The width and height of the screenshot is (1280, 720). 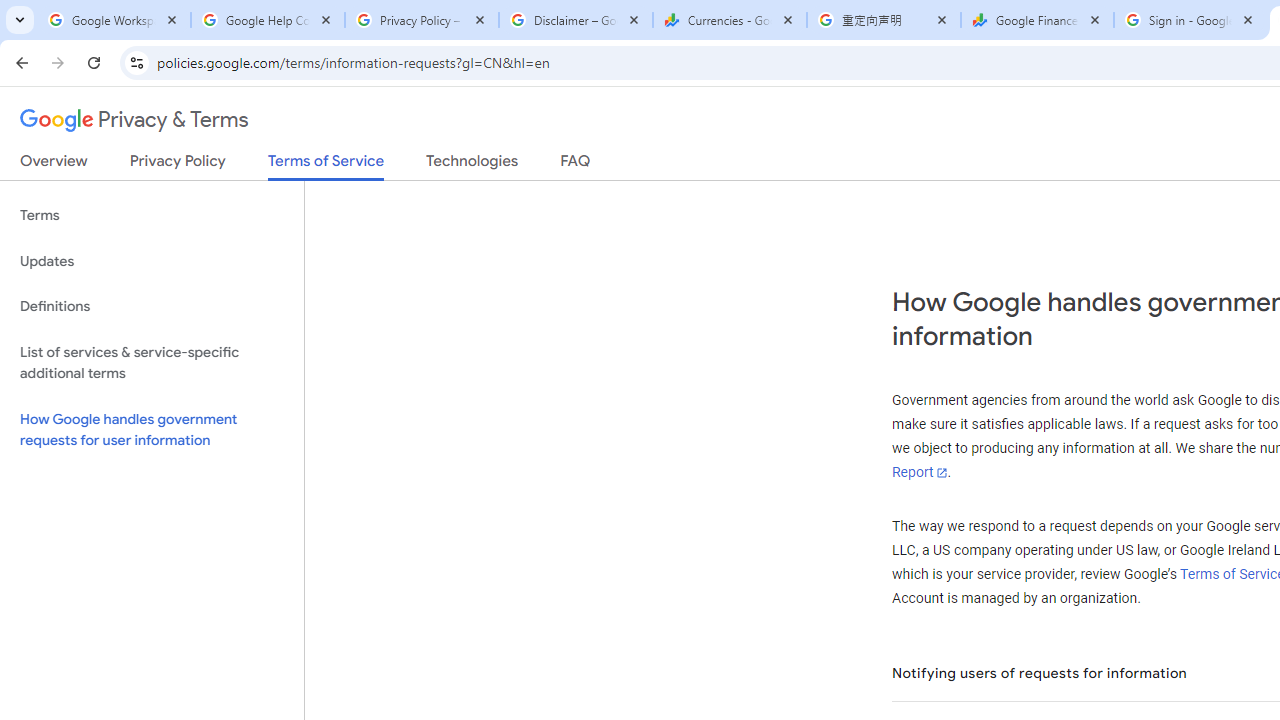 I want to click on 'Currencies - Google Finance', so click(x=729, y=20).